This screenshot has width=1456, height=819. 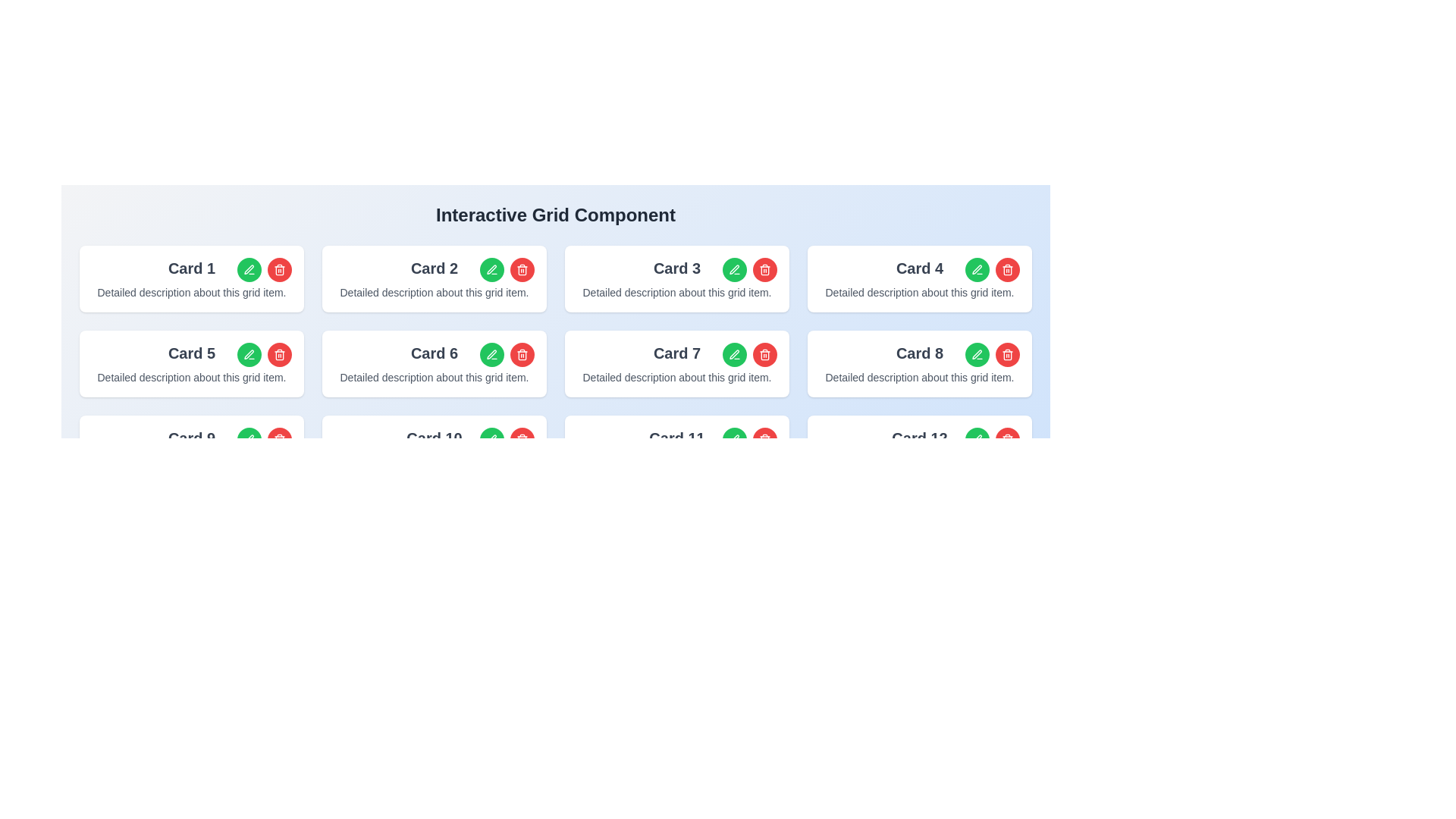 What do you see at coordinates (919, 268) in the screenshot?
I see `the text label displaying 'Card 4' which is prominently styled in dark gray and located in the second row and fourth column of the grid layout` at bounding box center [919, 268].